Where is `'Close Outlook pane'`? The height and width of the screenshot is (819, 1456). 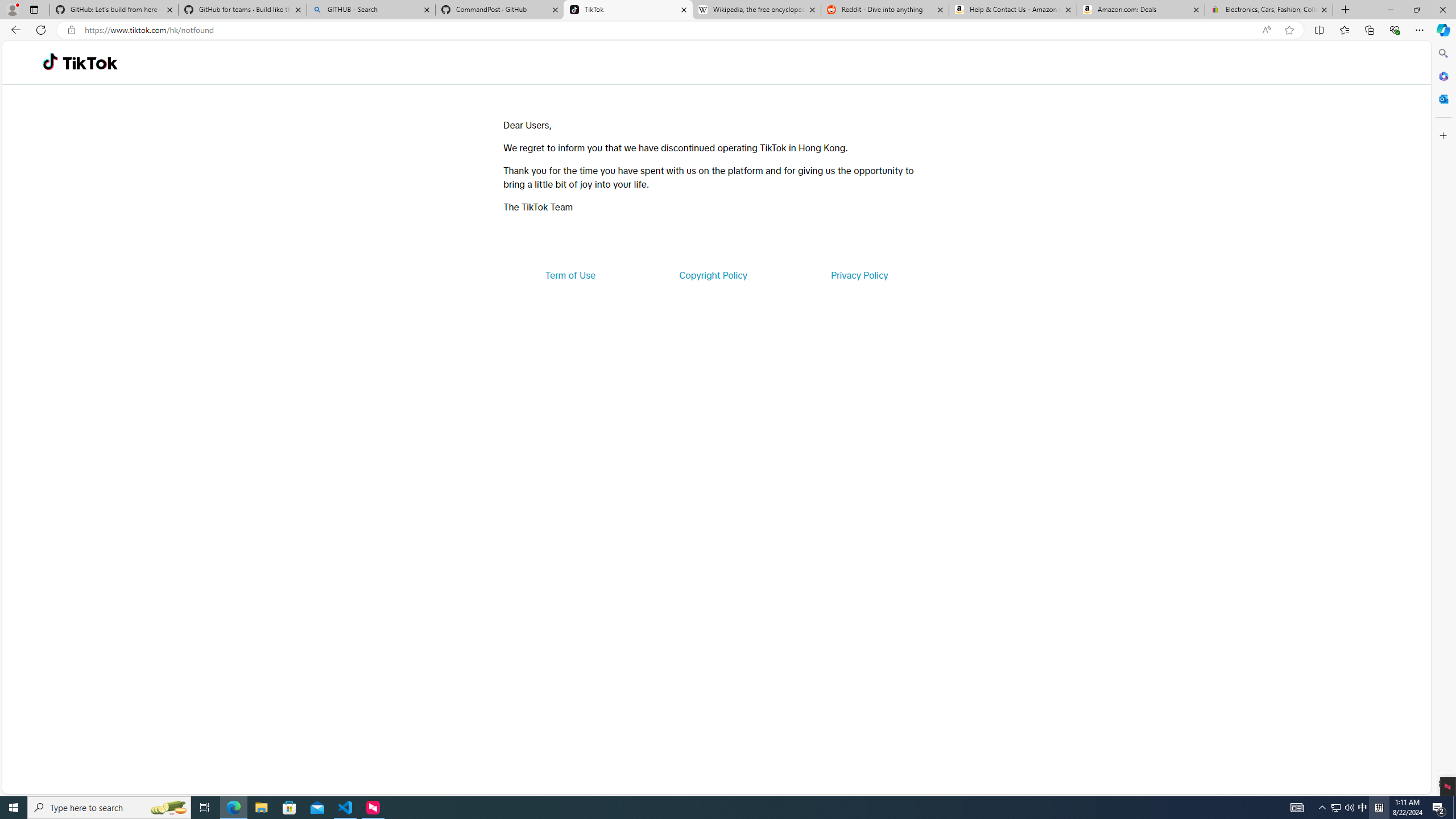 'Close Outlook pane' is located at coordinates (1442, 98).